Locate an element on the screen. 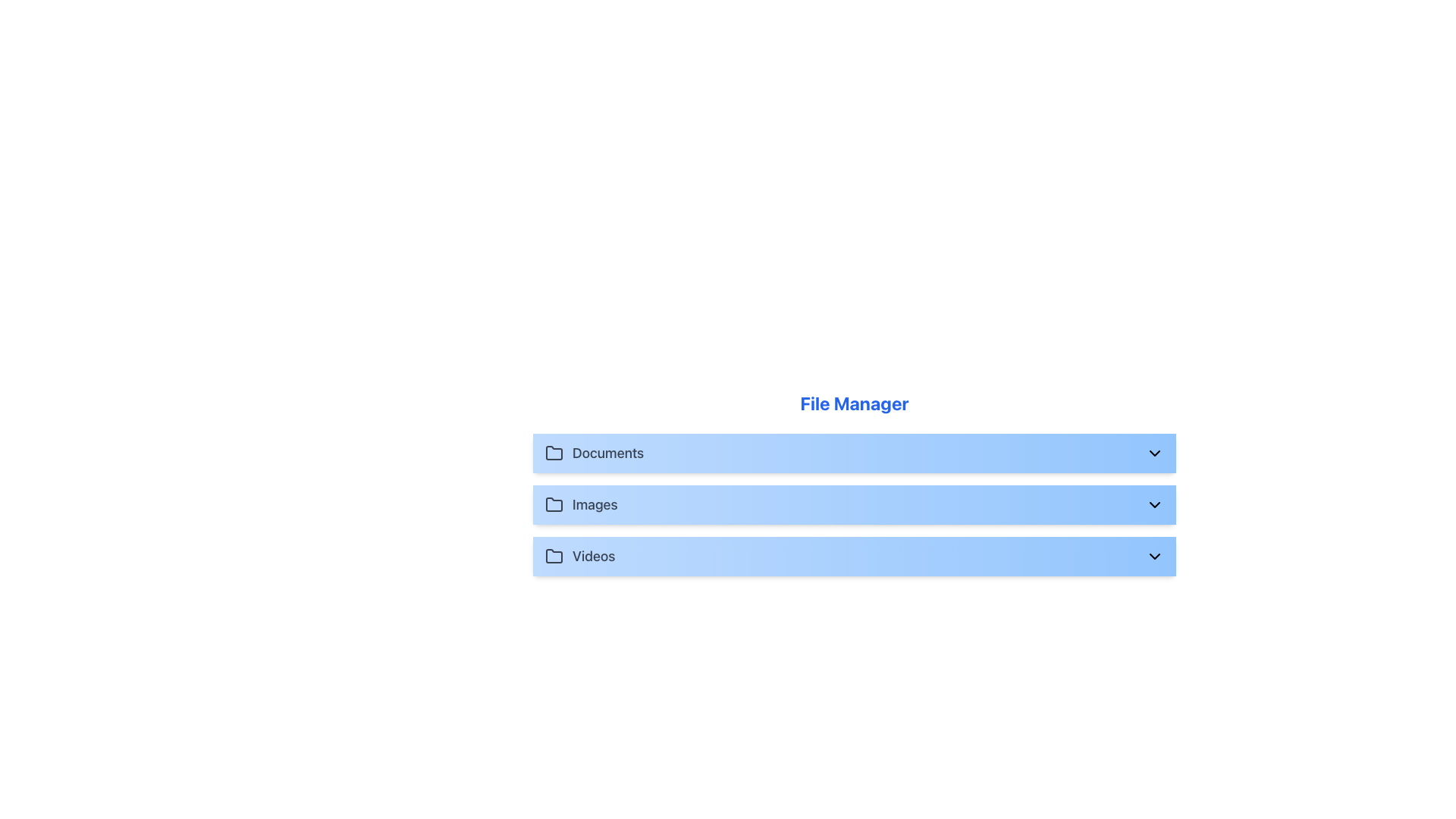 Image resolution: width=1456 pixels, height=819 pixels. the 'Images' folder category expander in the file manager is located at coordinates (855, 505).